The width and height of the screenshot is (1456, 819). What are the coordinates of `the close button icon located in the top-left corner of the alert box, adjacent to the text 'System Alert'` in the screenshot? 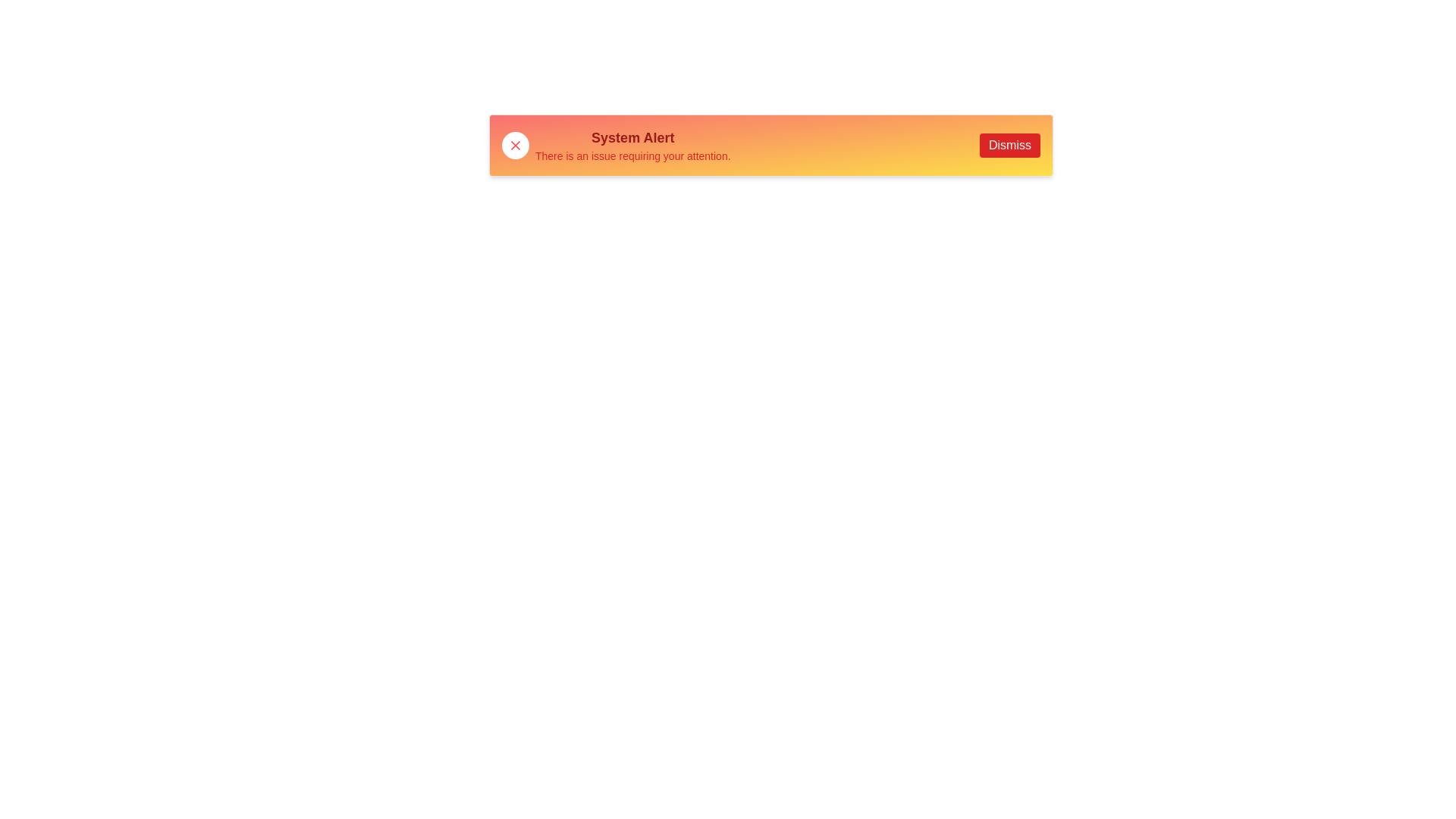 It's located at (516, 146).